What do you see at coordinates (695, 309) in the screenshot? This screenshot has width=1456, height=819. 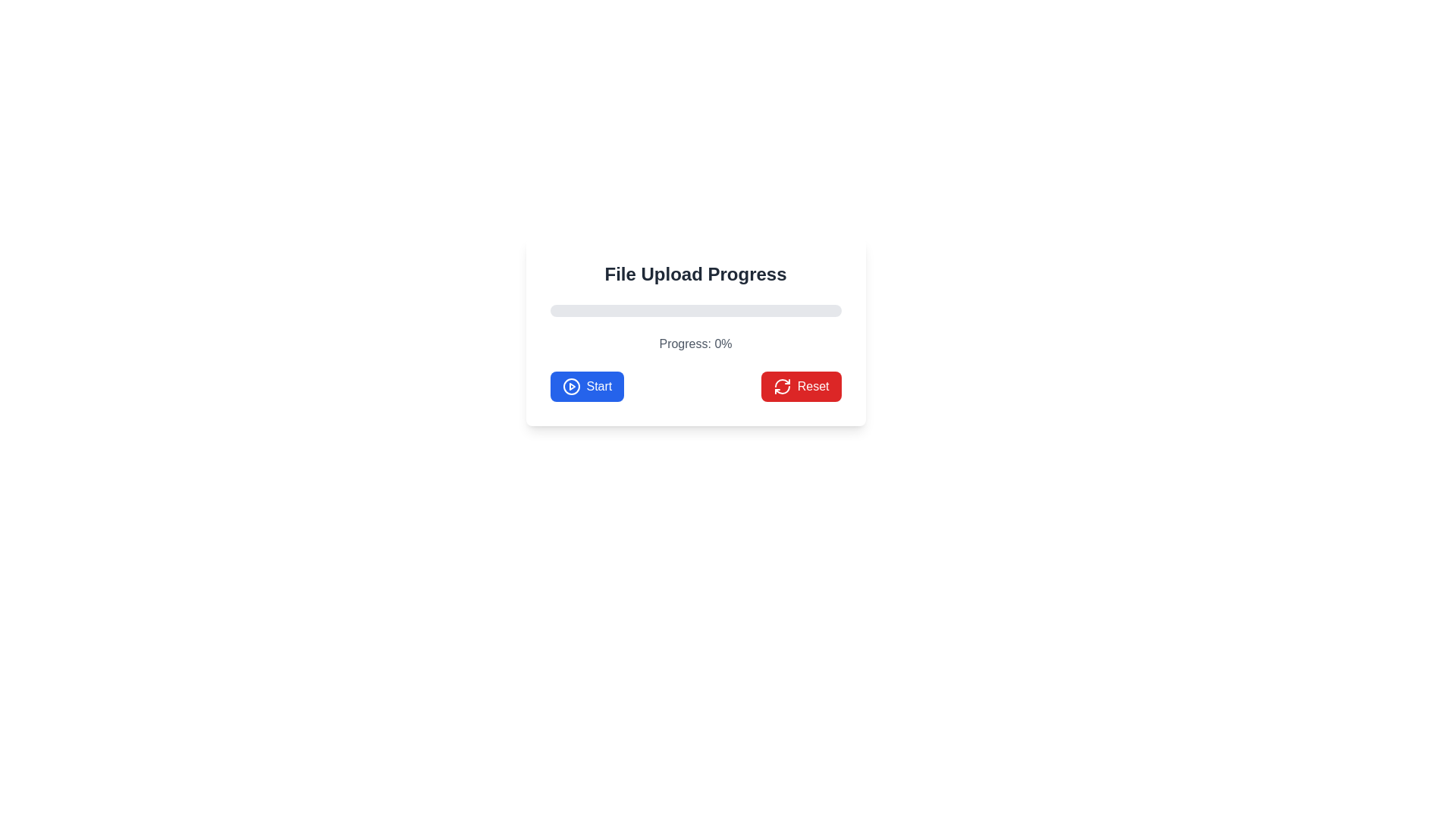 I see `the thin, horizontal progress bar with a gray background and rounded corners, located below the 'File Upload Progress' header and above the 'Progress: 0%' text` at bounding box center [695, 309].